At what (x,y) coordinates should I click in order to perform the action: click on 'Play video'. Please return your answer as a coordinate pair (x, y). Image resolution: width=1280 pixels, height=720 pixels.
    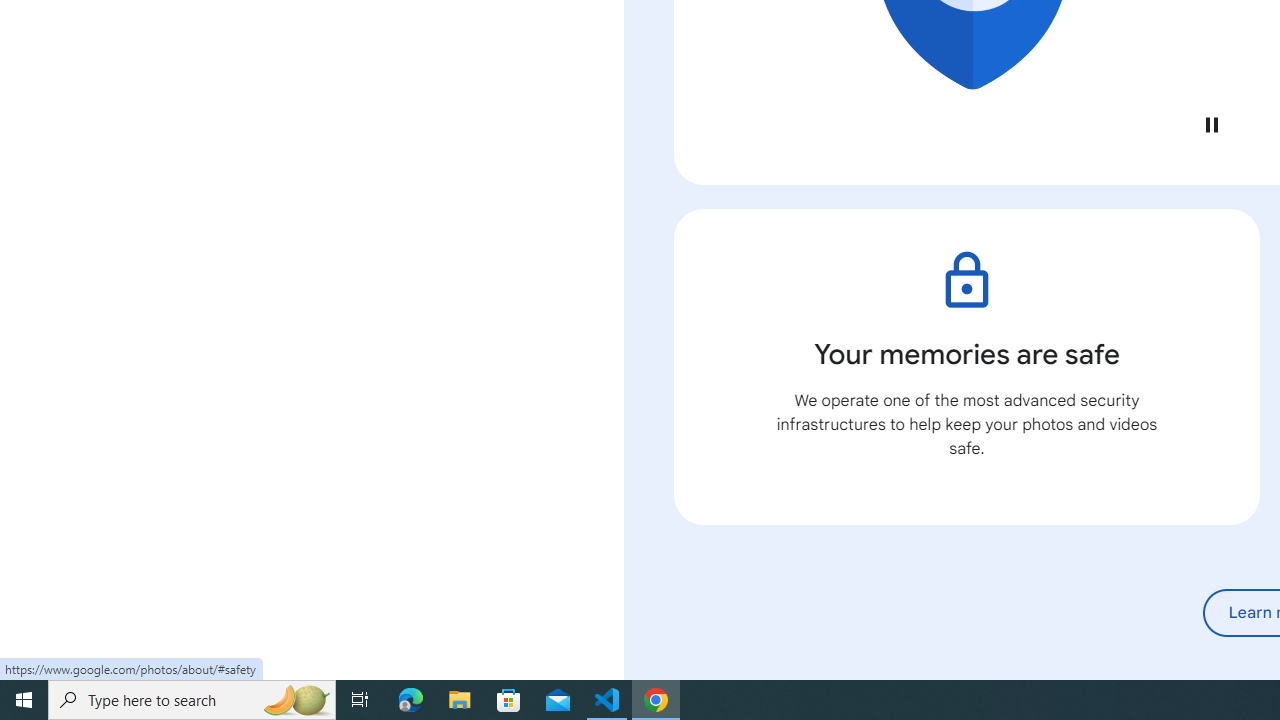
    Looking at the image, I should click on (1210, 124).